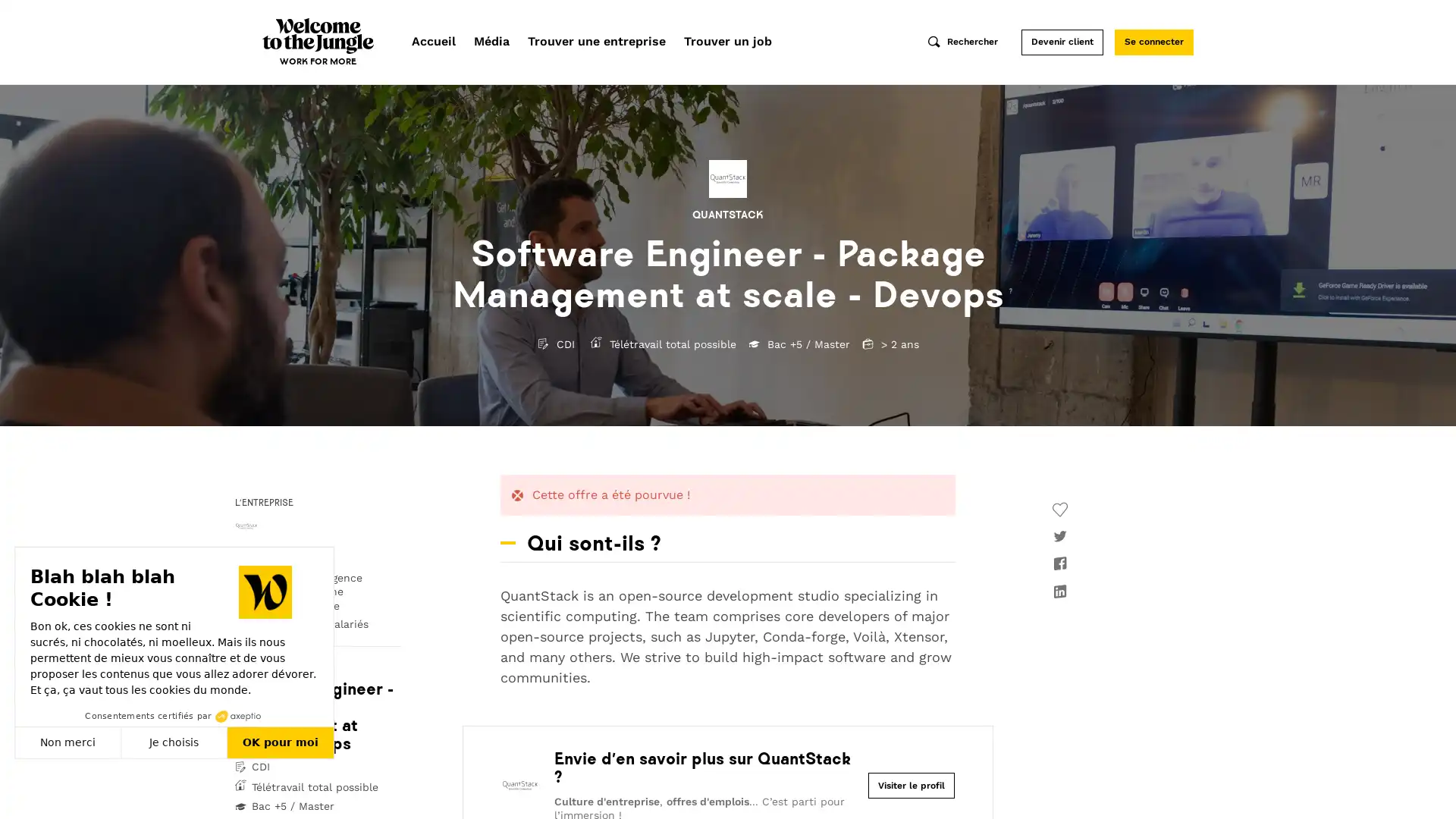 The image size is (1456, 819). Describe the element at coordinates (1059, 537) in the screenshot. I see `twitter` at that location.